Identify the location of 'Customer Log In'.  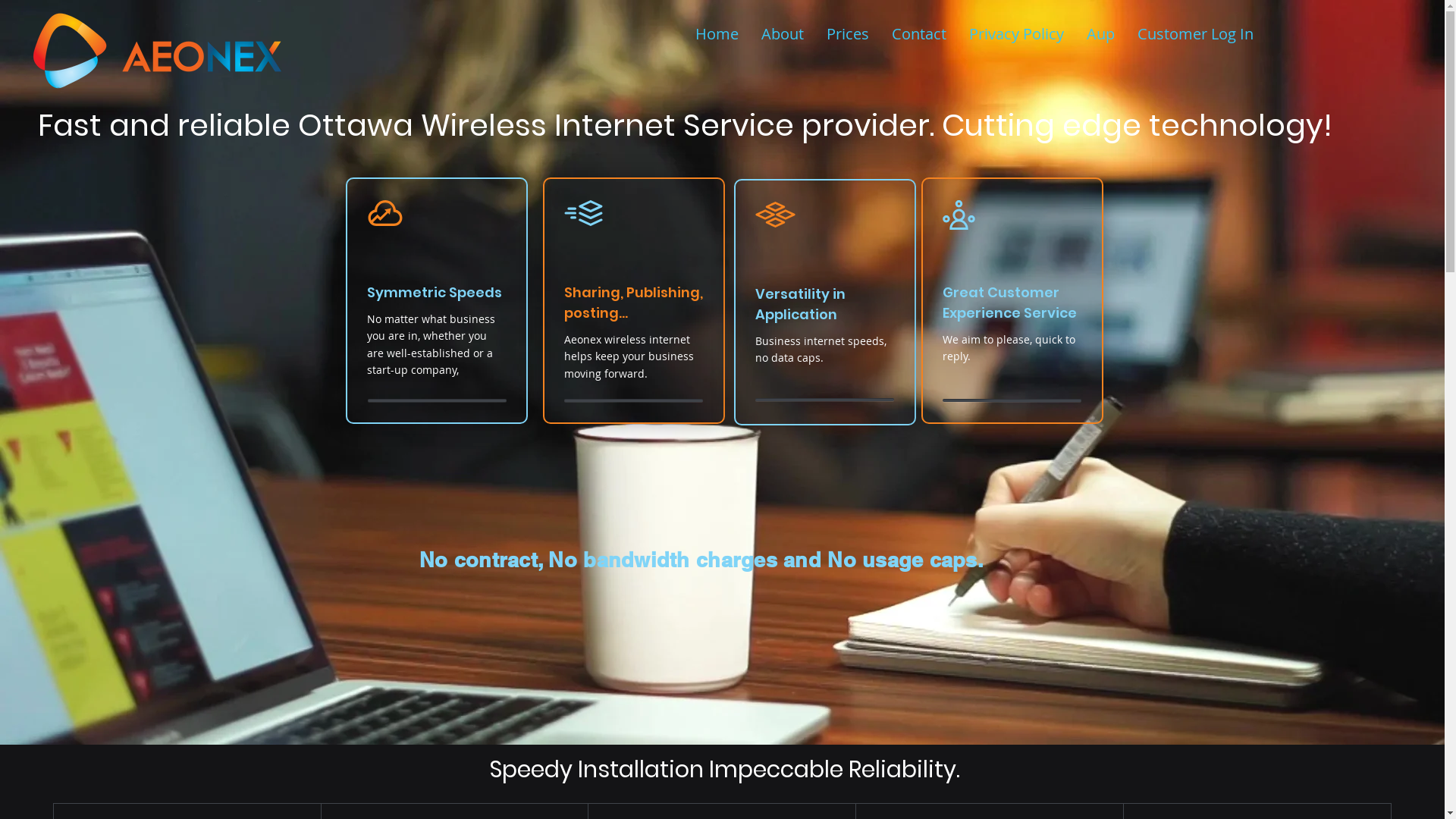
(1194, 34).